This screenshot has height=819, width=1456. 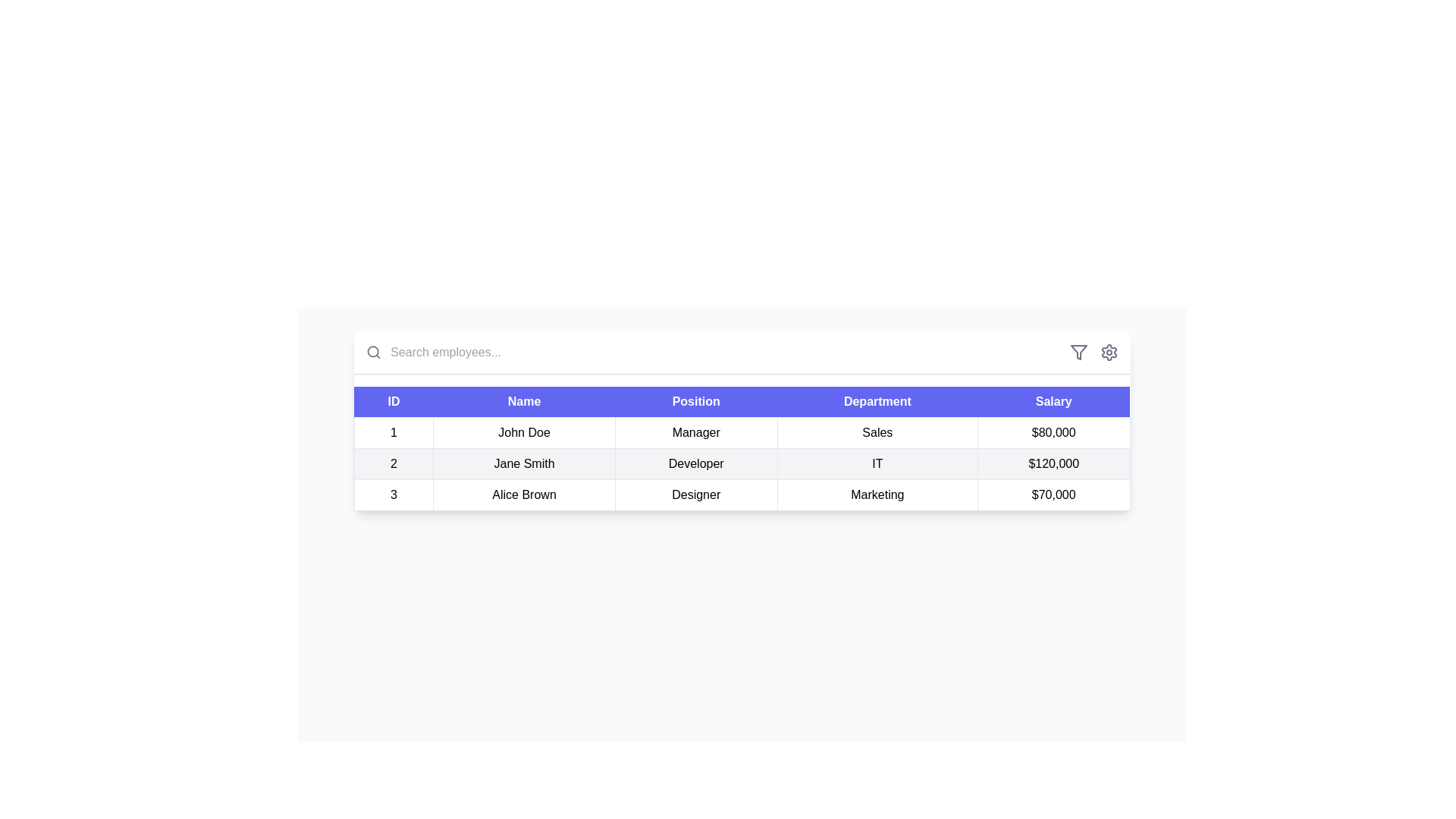 I want to click on on the third row of the data table displaying information about Alice Brown, so click(x=742, y=494).